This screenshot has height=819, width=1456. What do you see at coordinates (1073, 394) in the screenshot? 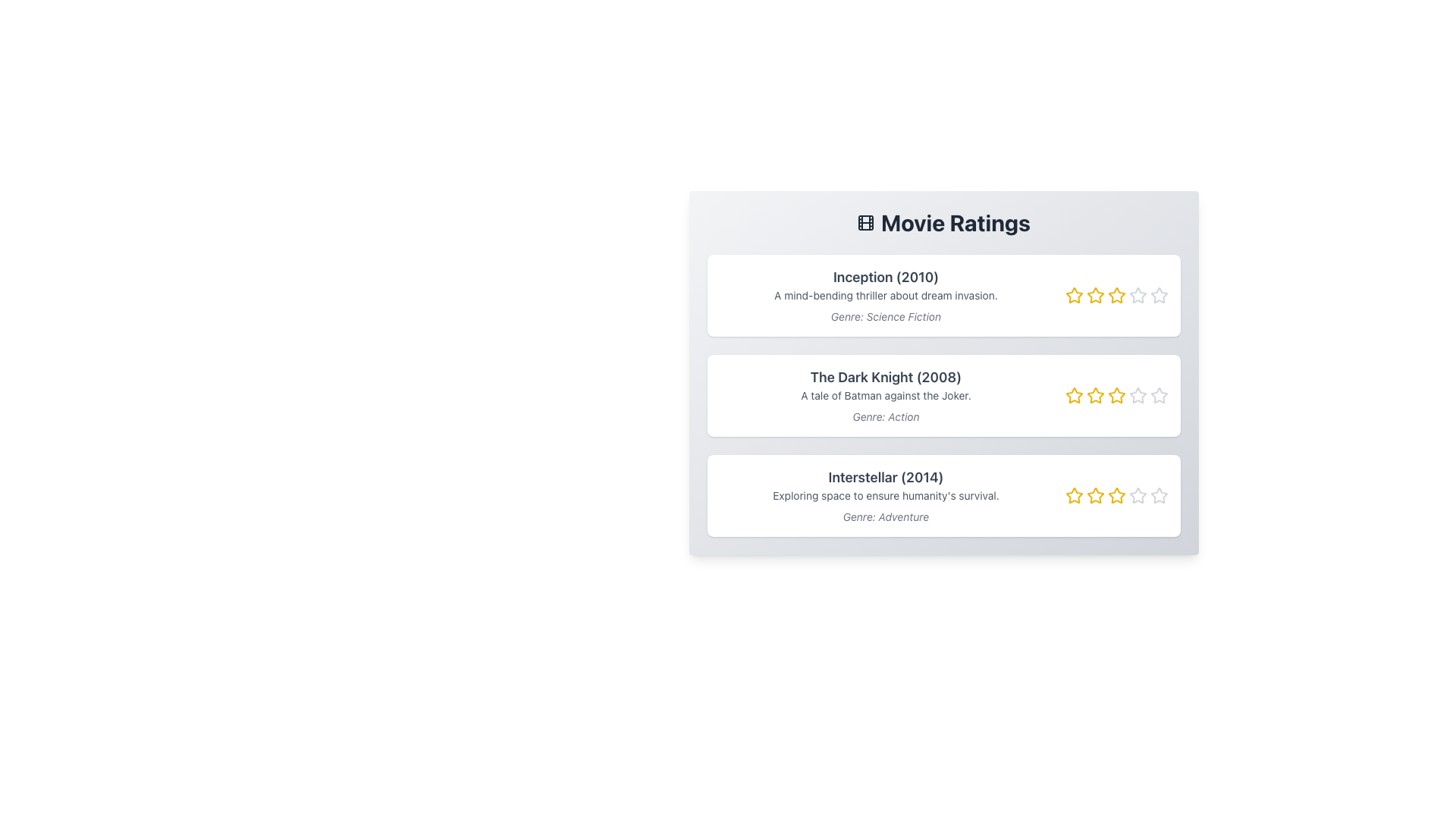
I see `the second star icon in the ratings section for 'The Dark Knight (2008)', which is a five-pointed star with a golden yellow border` at bounding box center [1073, 394].